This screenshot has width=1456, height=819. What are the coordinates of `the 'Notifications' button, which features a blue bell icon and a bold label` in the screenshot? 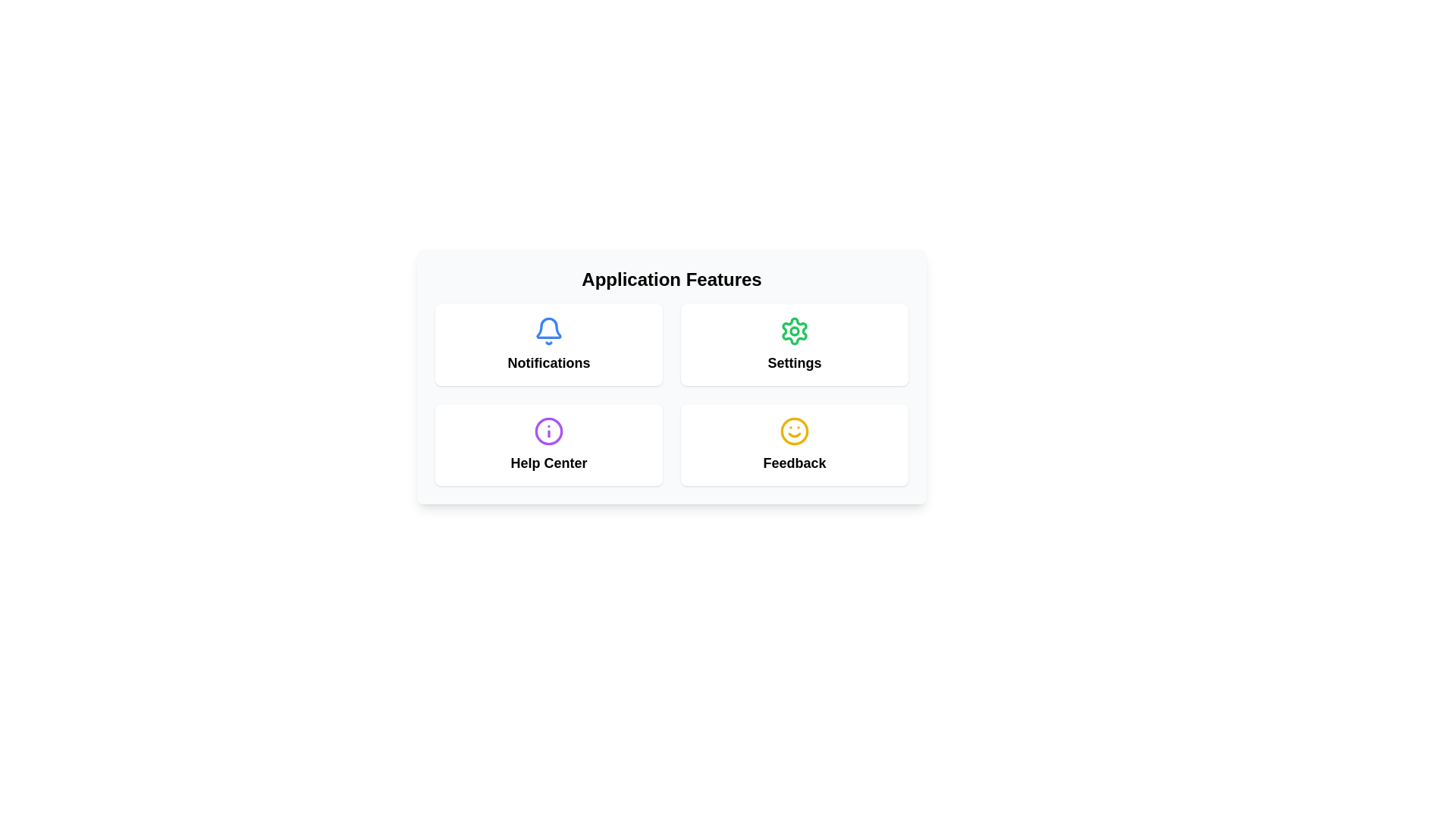 It's located at (548, 345).